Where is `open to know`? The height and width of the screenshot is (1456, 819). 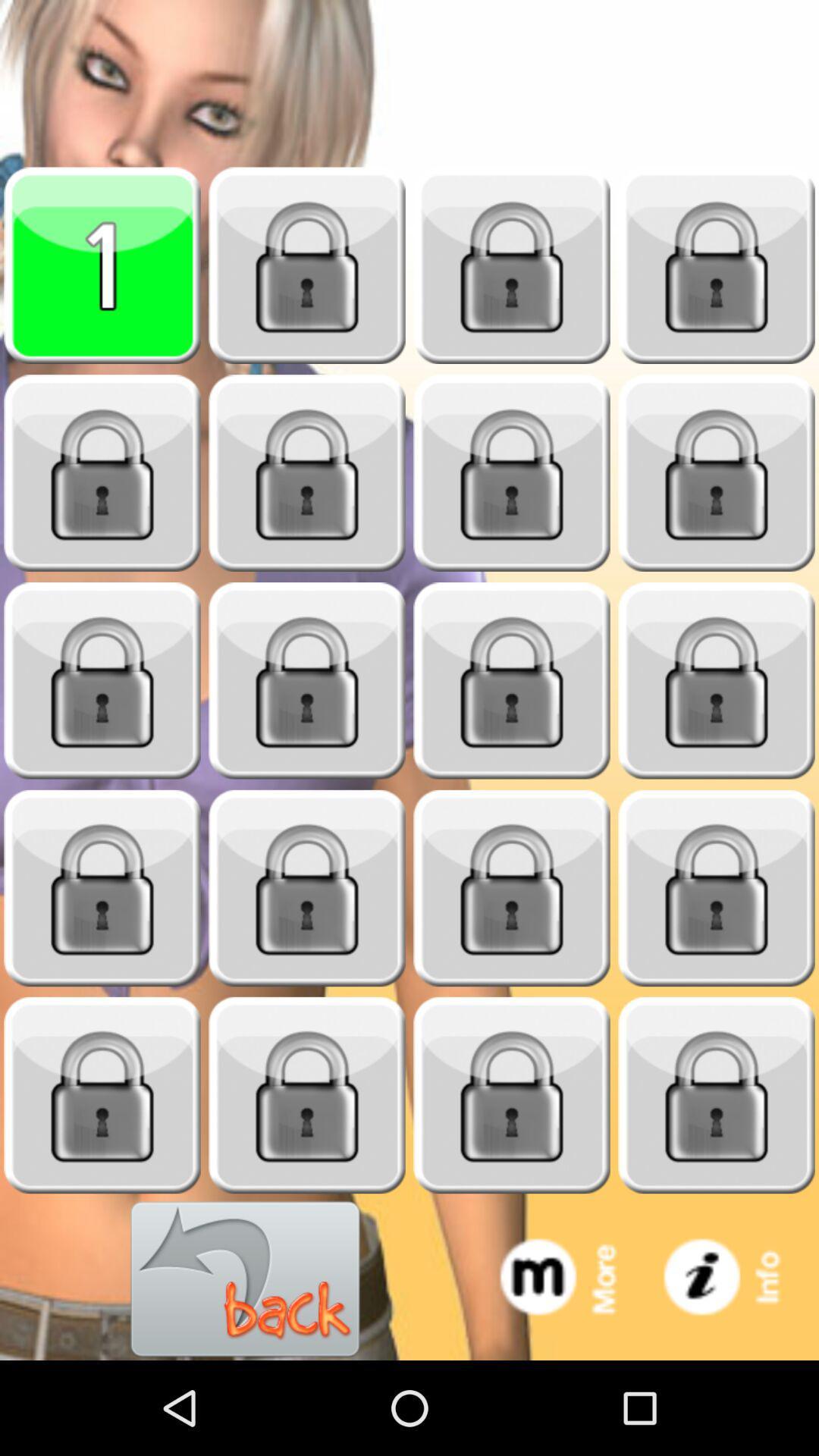 open to know is located at coordinates (307, 1095).